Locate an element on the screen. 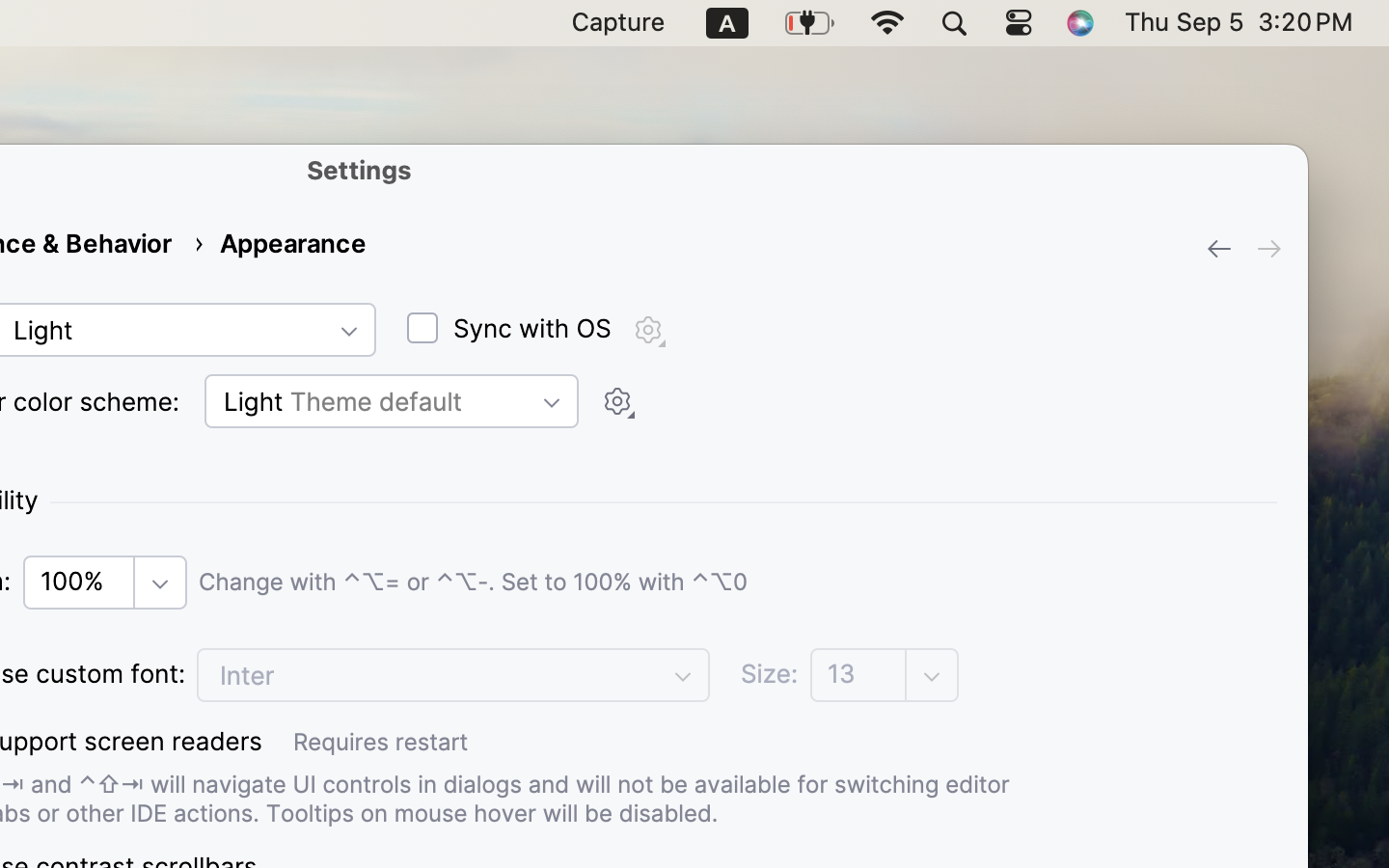  'Settings' is located at coordinates (358, 170).